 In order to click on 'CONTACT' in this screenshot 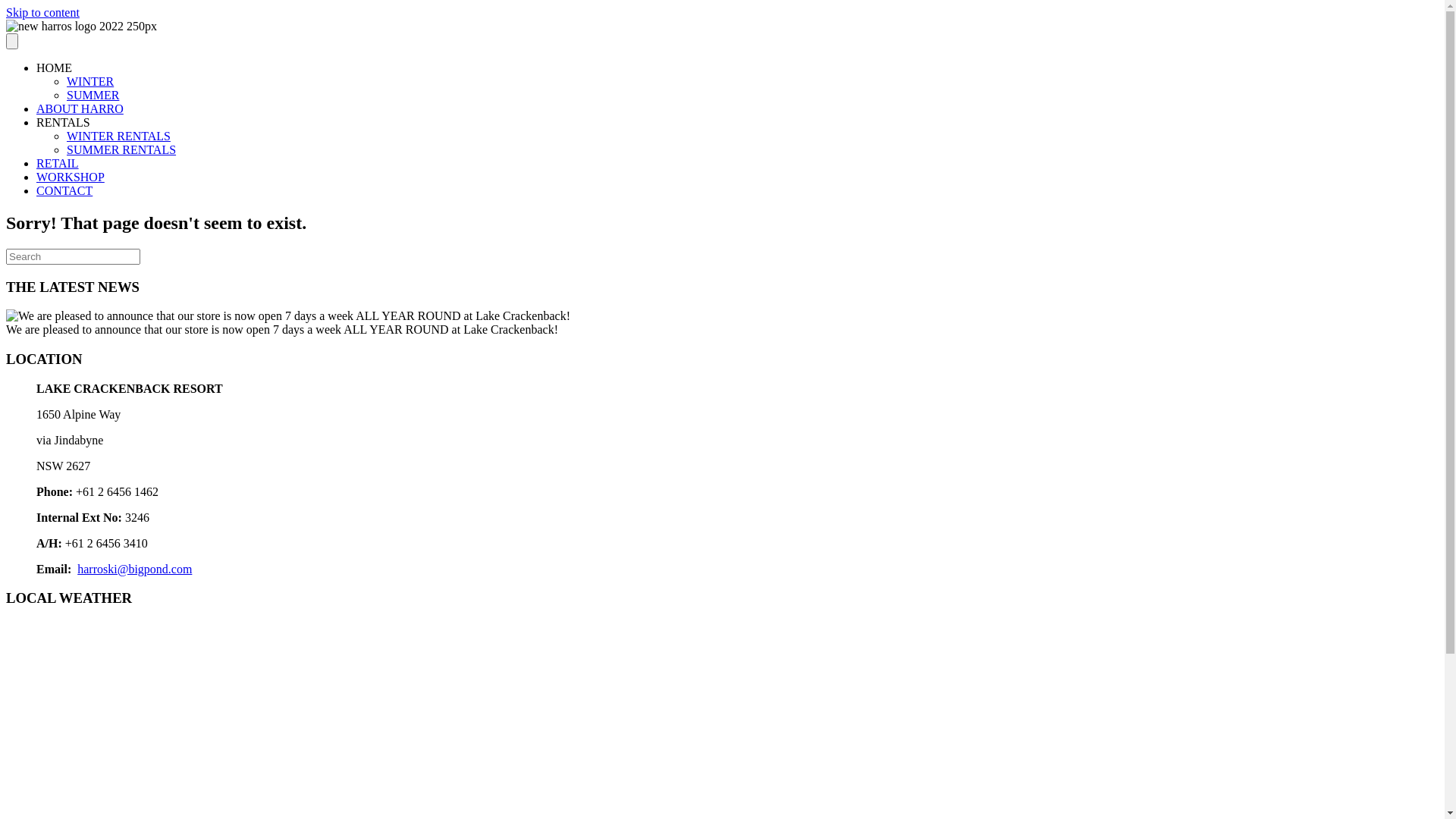, I will do `click(64, 190)`.